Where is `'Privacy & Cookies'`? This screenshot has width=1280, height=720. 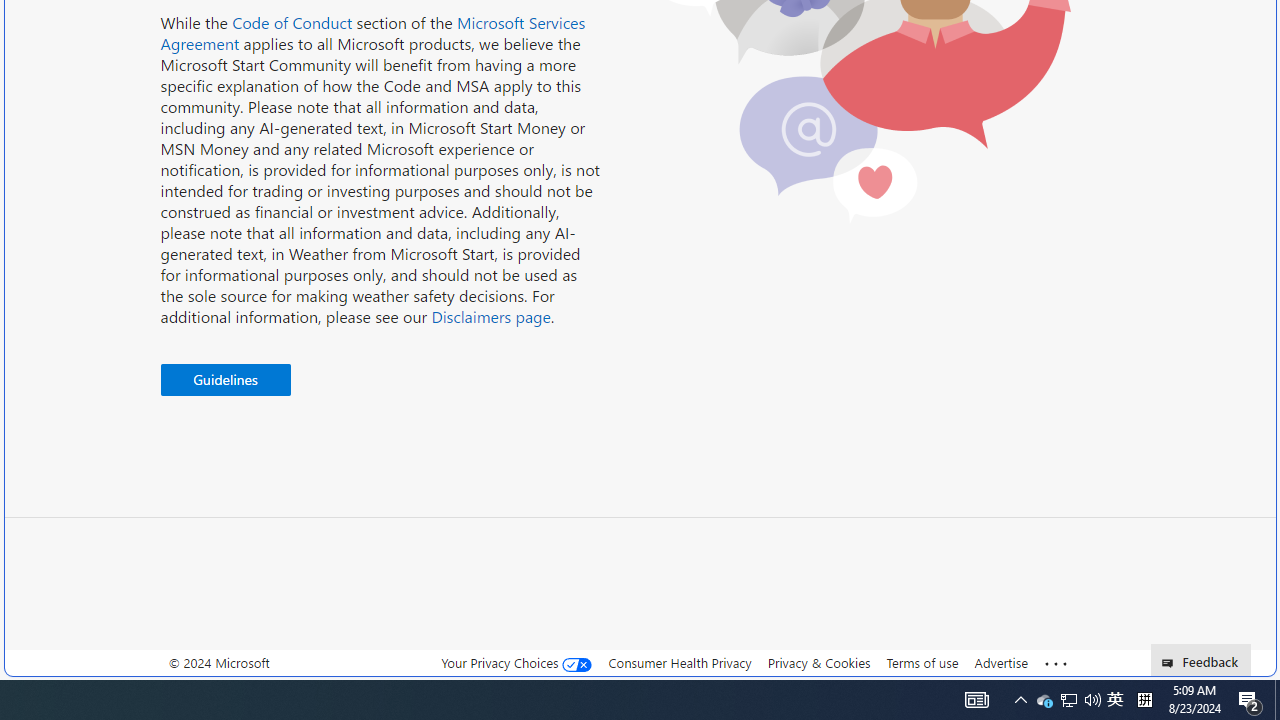
'Privacy & Cookies' is located at coordinates (818, 663).